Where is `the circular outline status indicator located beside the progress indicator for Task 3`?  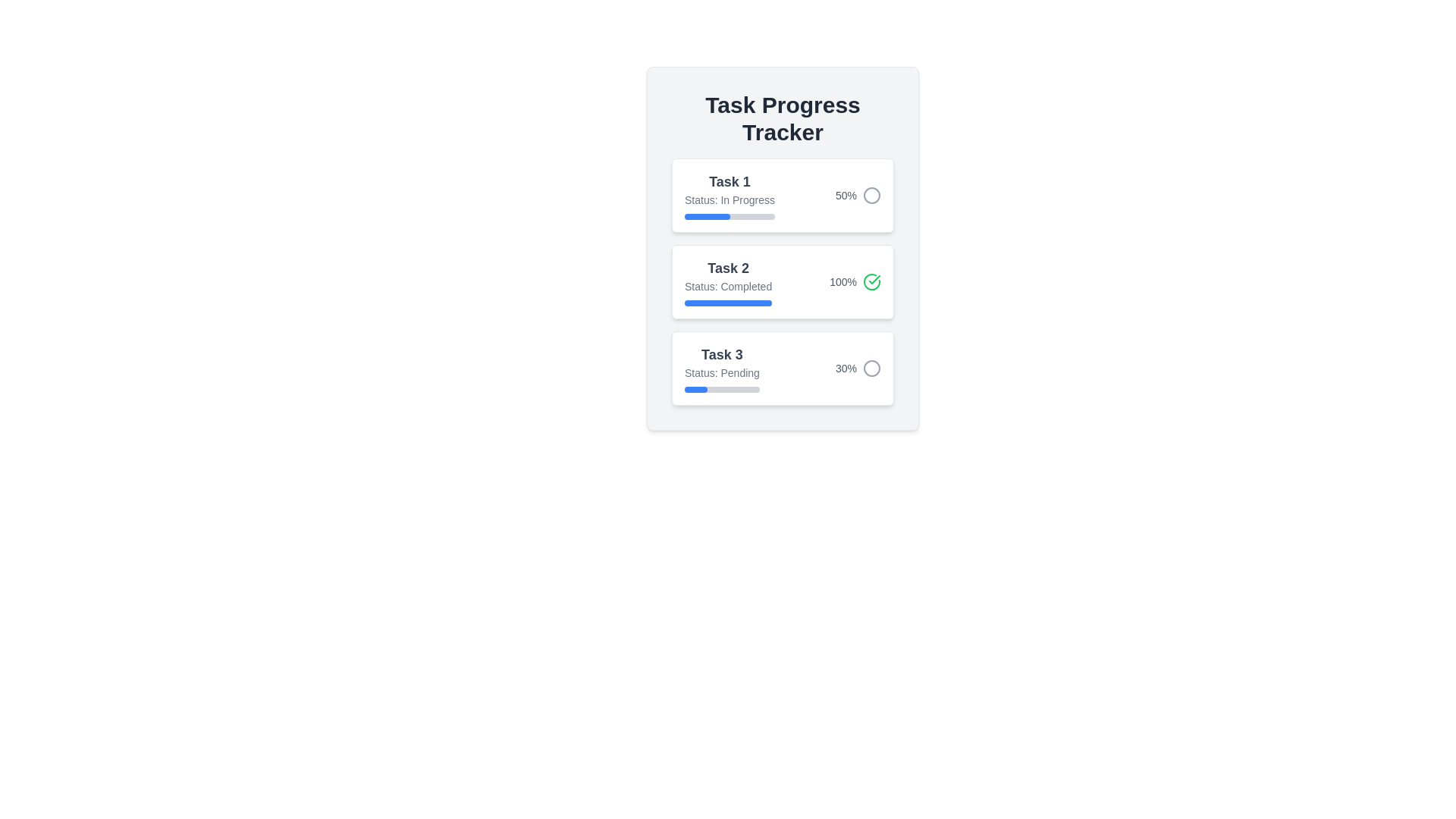
the circular outline status indicator located beside the progress indicator for Task 3 is located at coordinates (872, 369).